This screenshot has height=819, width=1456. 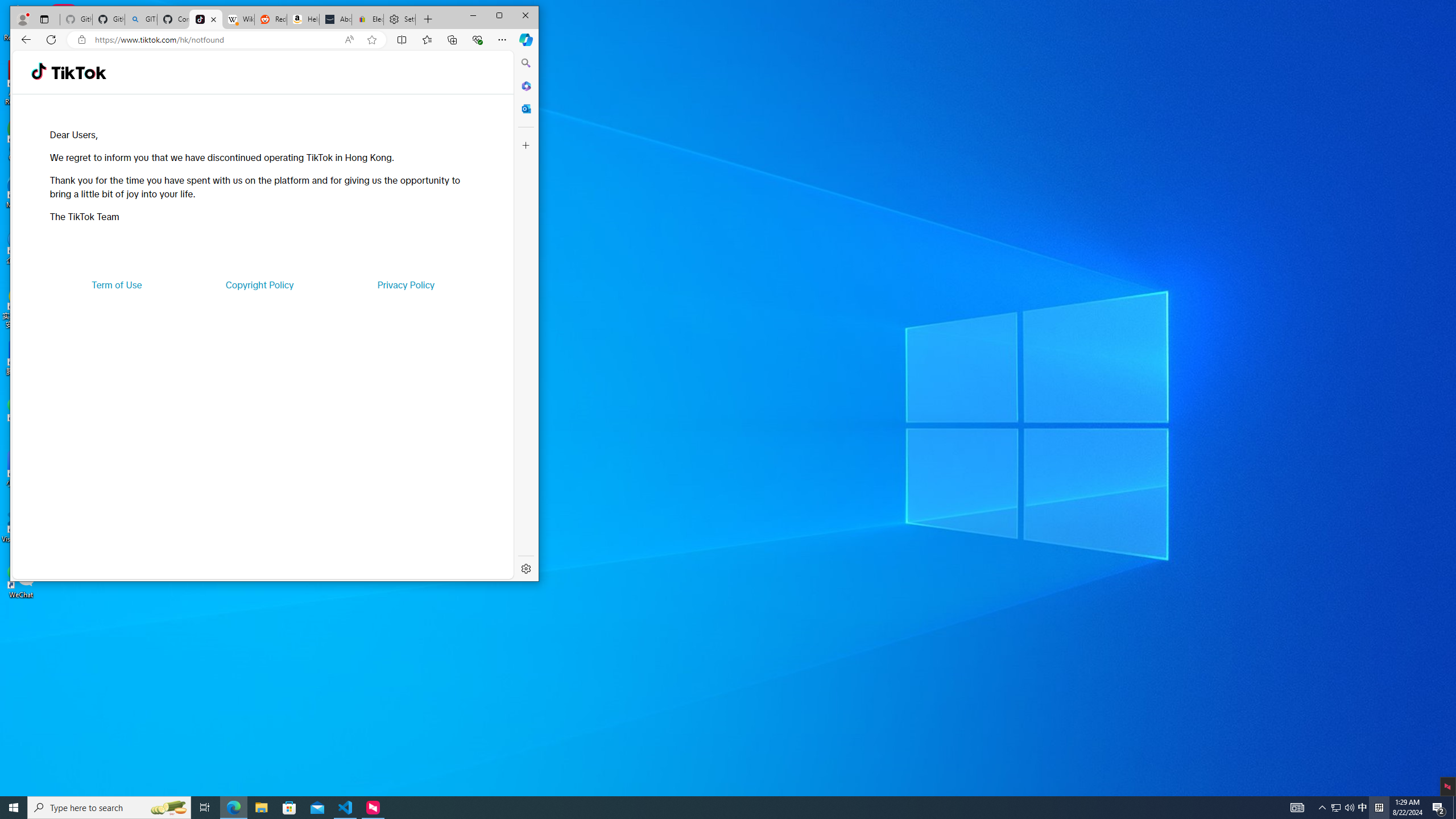 What do you see at coordinates (14, 806) in the screenshot?
I see `'Start'` at bounding box center [14, 806].